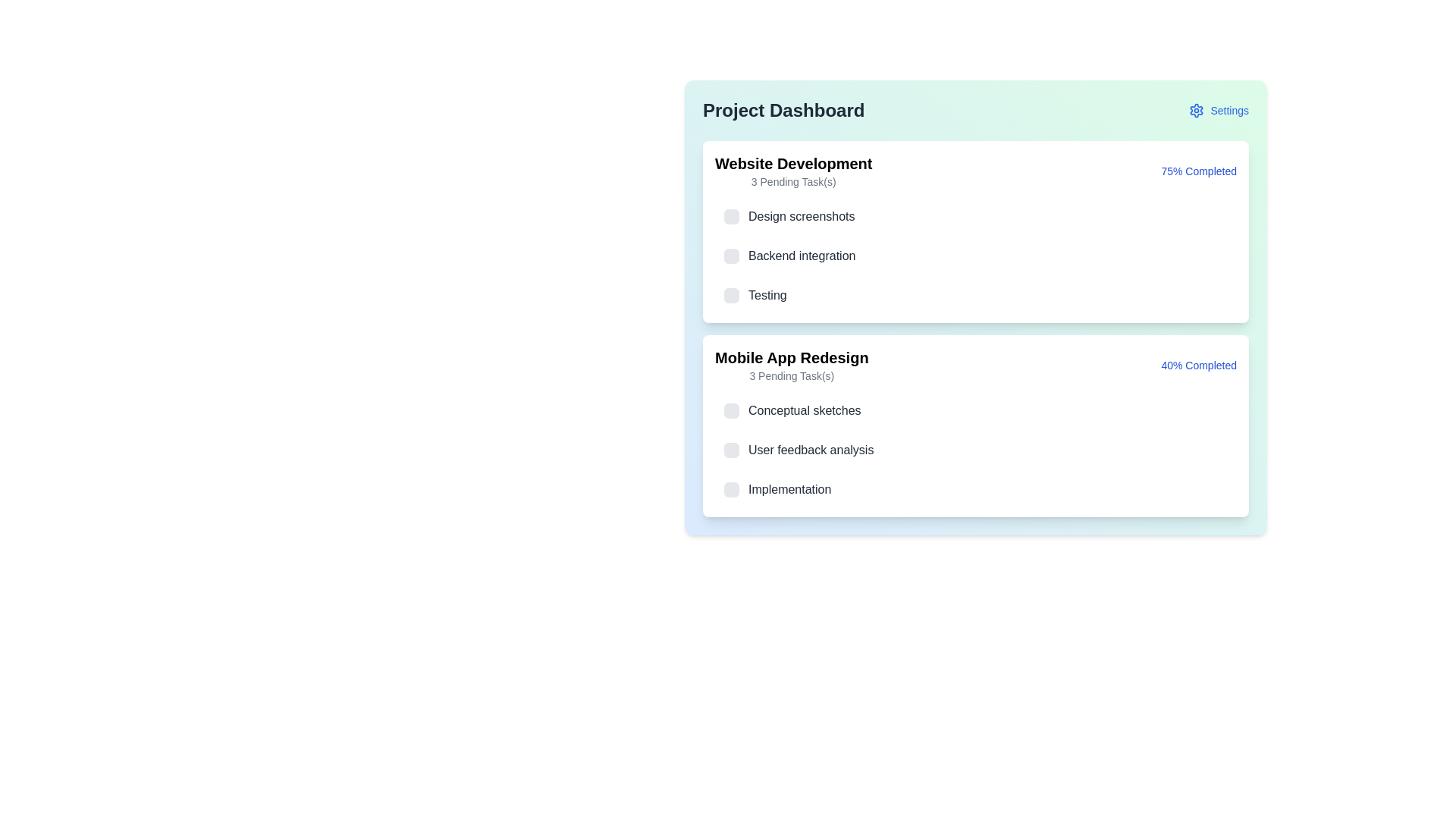 This screenshot has width=1456, height=819. What do you see at coordinates (975, 411) in the screenshot?
I see `the gray checkbox of the first task list item labeled 'Conceptual sketches' under the 'Mobile App Redesign' section to mark the task` at bounding box center [975, 411].